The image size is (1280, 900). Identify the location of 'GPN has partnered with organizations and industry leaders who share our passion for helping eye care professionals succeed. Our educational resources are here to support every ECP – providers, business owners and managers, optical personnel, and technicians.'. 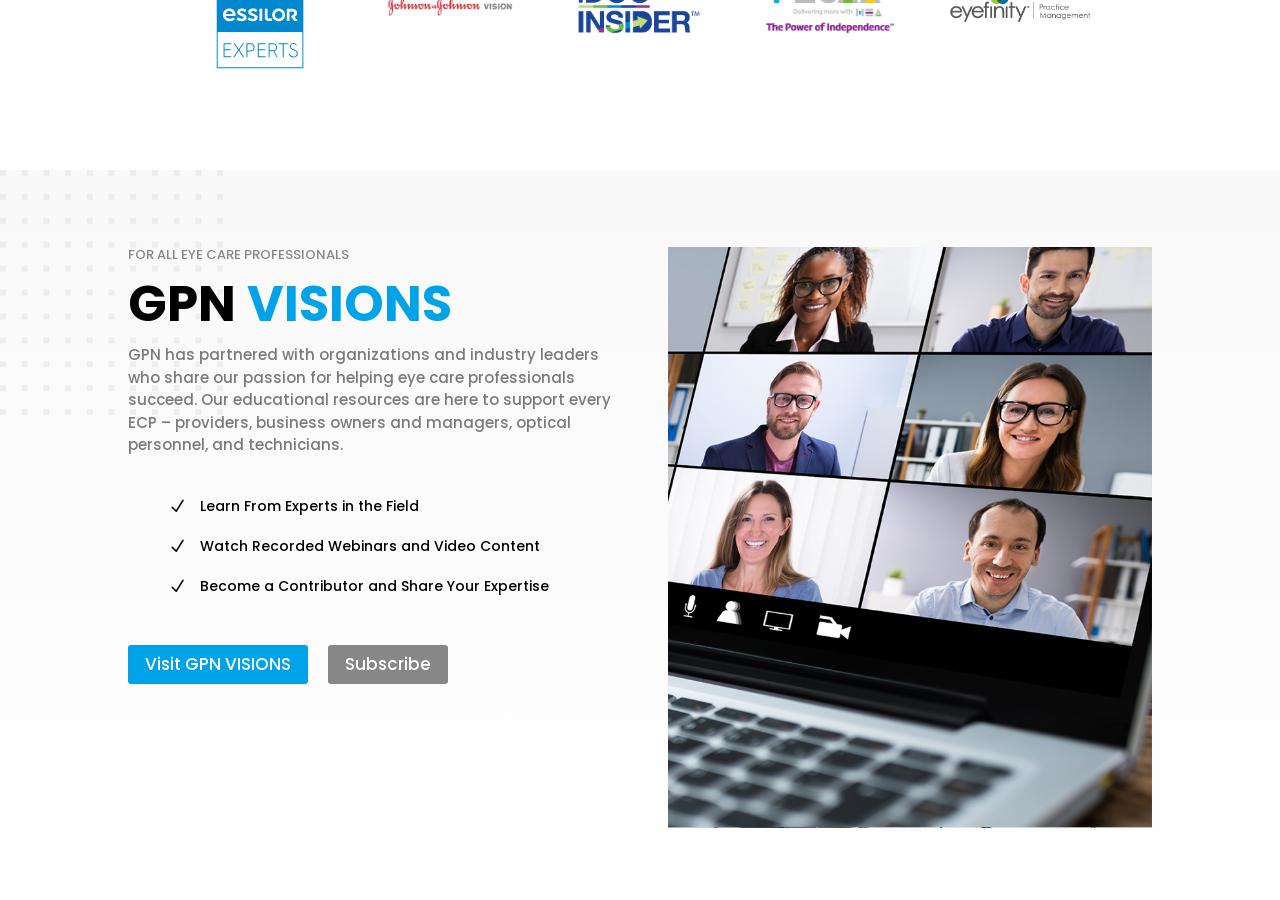
(369, 399).